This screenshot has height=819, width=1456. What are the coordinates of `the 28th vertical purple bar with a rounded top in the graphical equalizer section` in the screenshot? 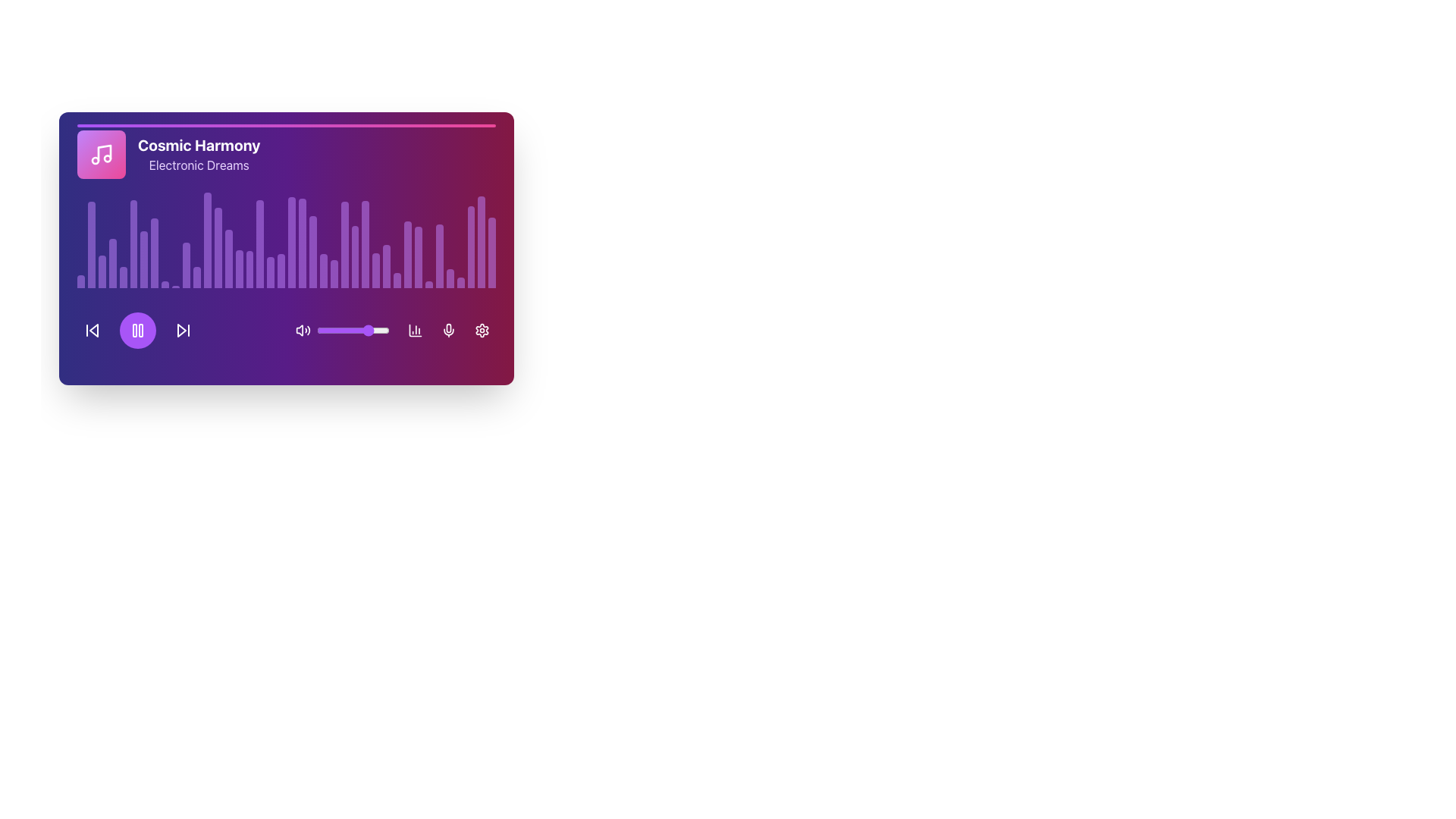 It's located at (397, 281).